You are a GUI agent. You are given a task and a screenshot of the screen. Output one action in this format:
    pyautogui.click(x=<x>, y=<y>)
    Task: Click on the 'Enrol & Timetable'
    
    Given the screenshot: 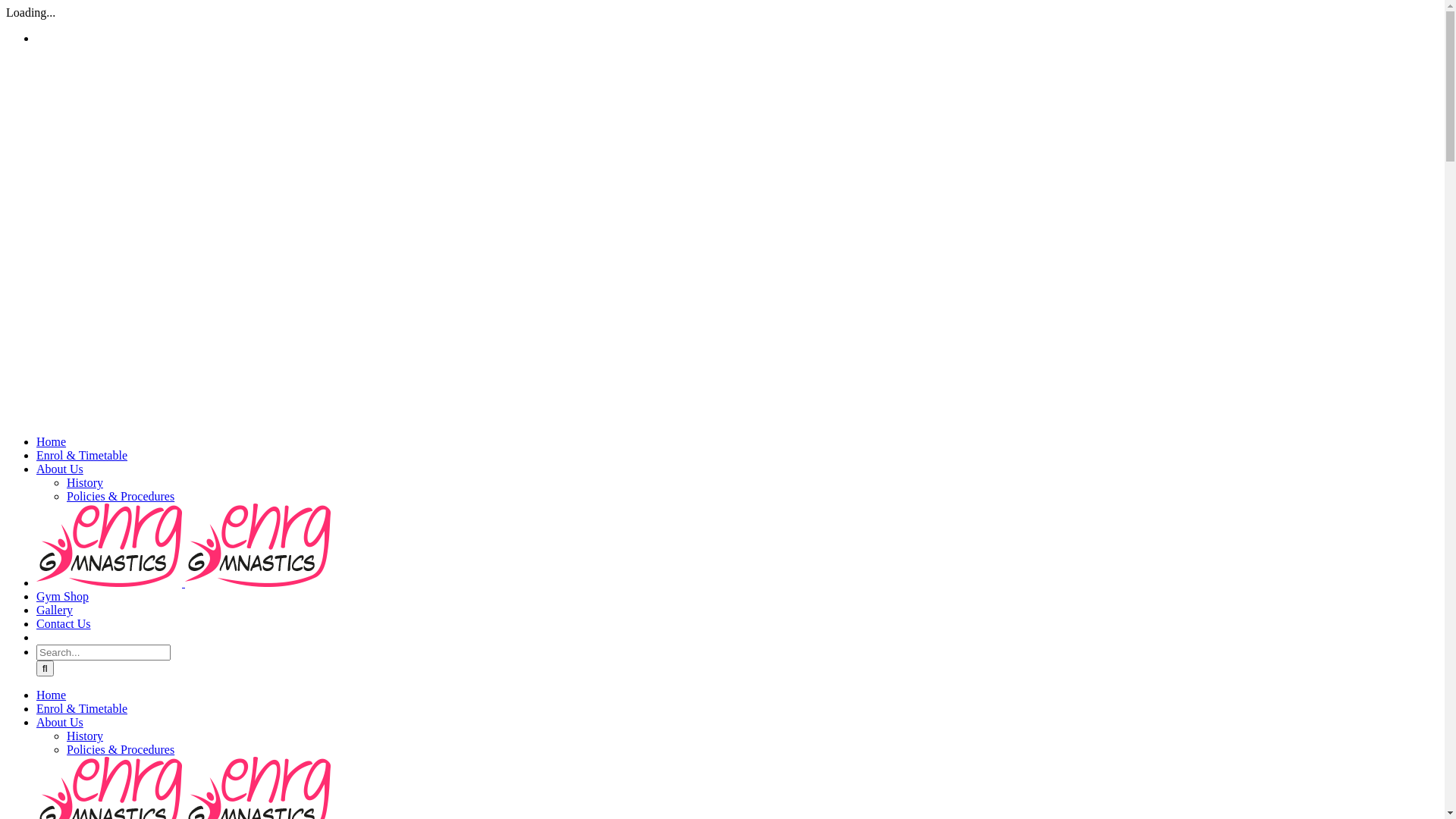 What is the action you would take?
    pyautogui.click(x=80, y=708)
    